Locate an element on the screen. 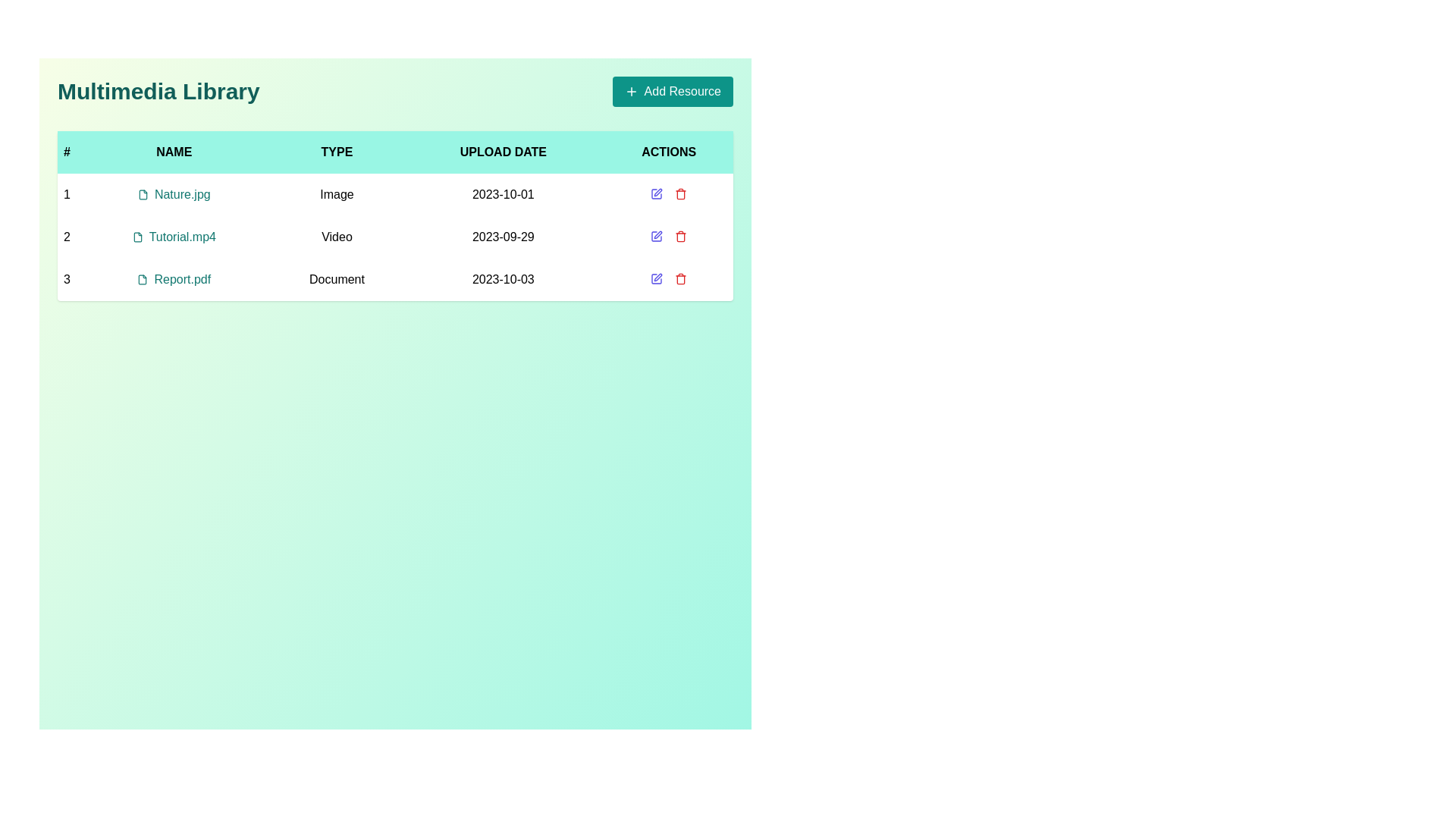 The height and width of the screenshot is (819, 1456). the table header cell labeled 'Actions' which is styled with a bold font and positioned on a turquoise background in the last column of the header row is located at coordinates (668, 152).